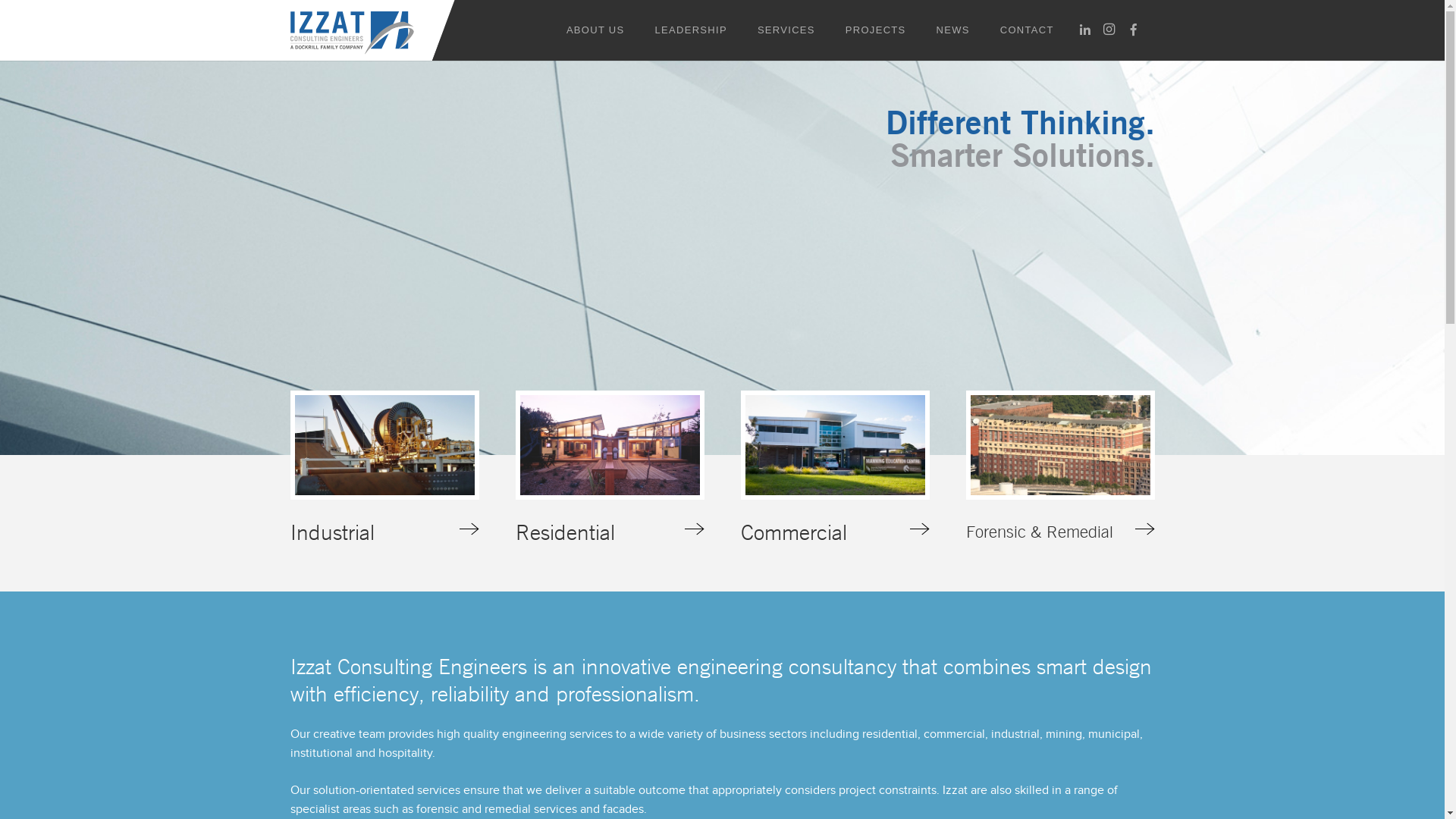 The height and width of the screenshot is (819, 1456). I want to click on 'LEADERSHIP', so click(690, 30).